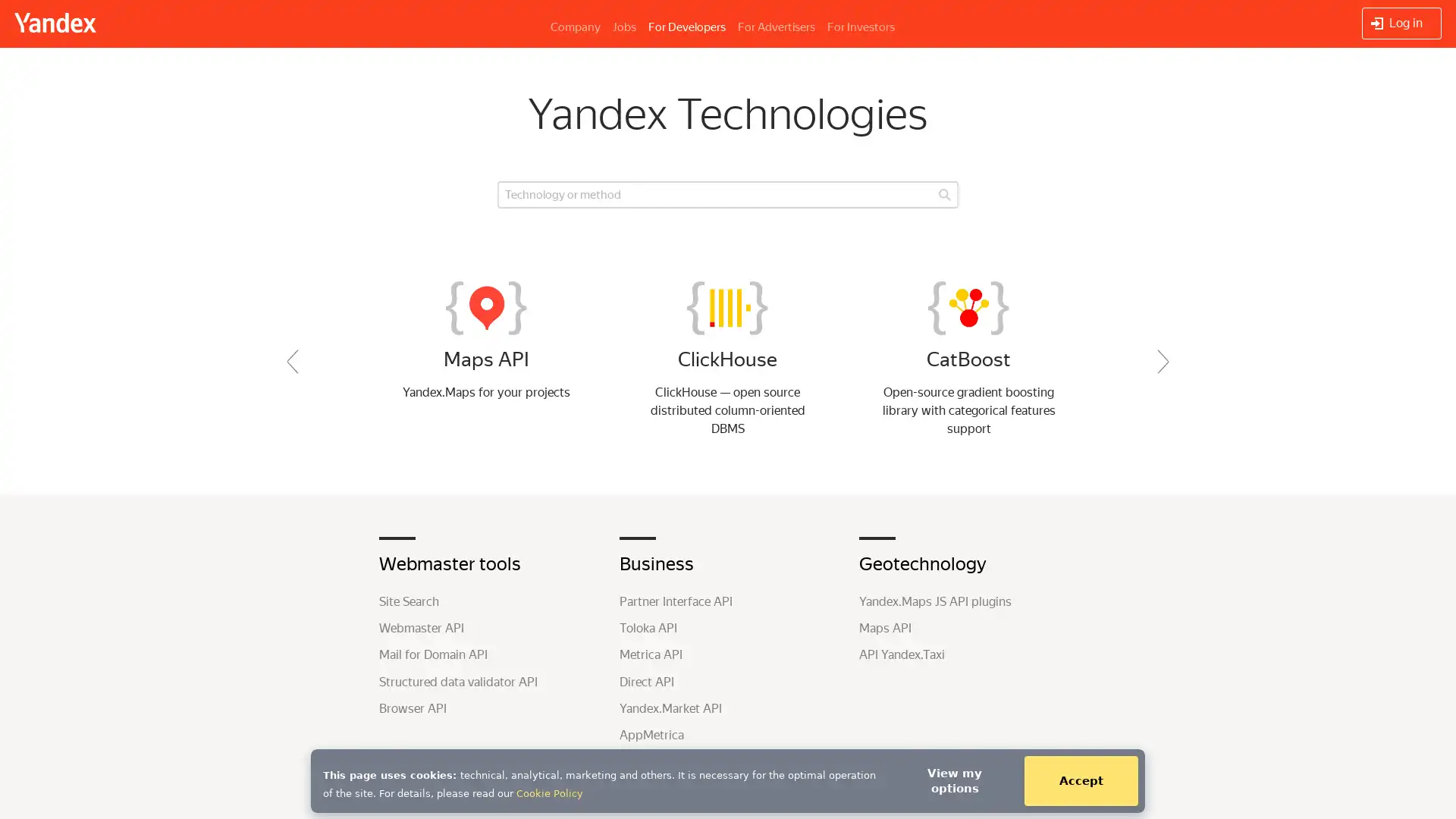 The height and width of the screenshot is (819, 1456). Describe the element at coordinates (1163, 362) in the screenshot. I see `Next slide` at that location.